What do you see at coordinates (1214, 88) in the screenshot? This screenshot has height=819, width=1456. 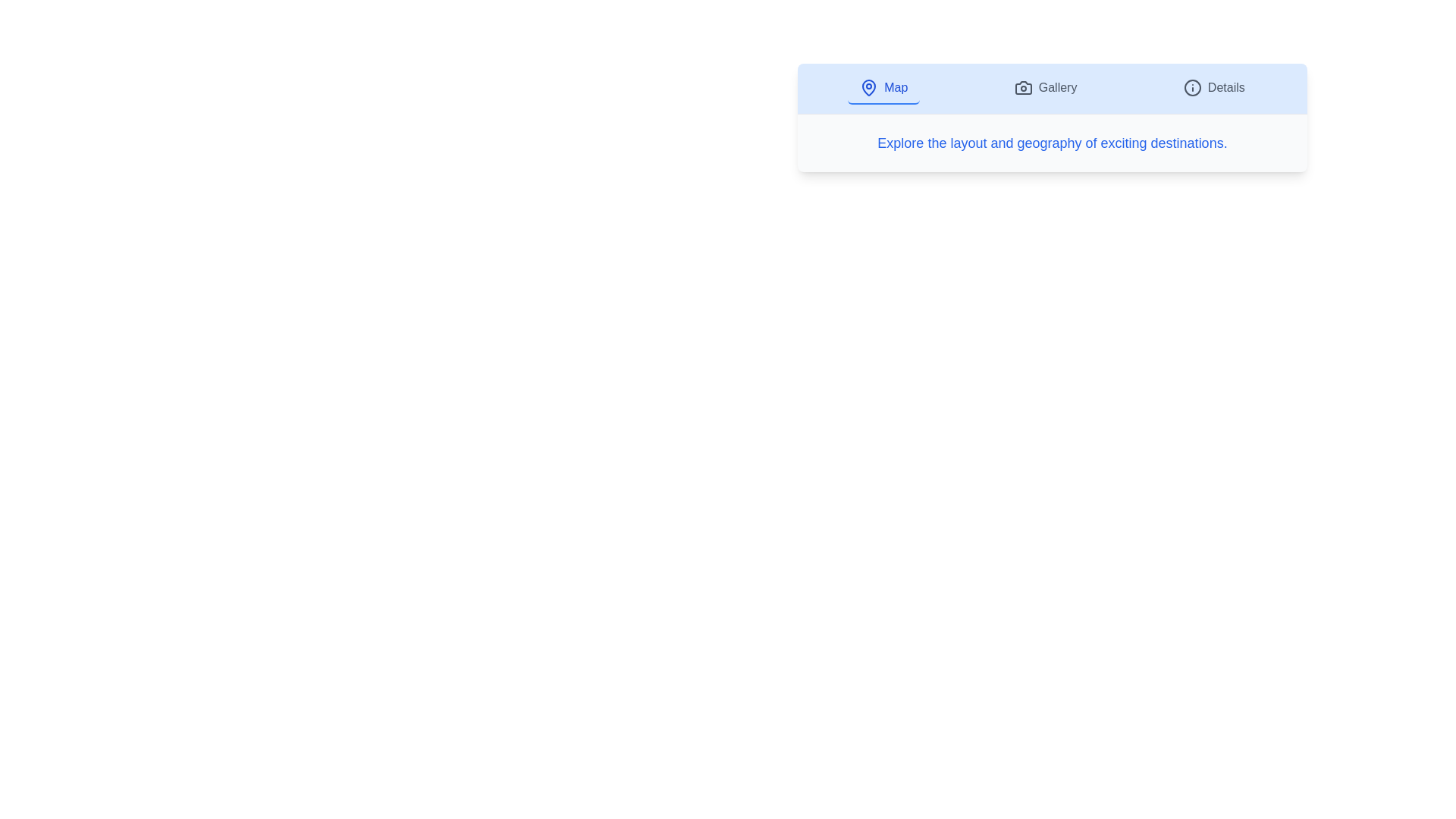 I see `the Details tab` at bounding box center [1214, 88].